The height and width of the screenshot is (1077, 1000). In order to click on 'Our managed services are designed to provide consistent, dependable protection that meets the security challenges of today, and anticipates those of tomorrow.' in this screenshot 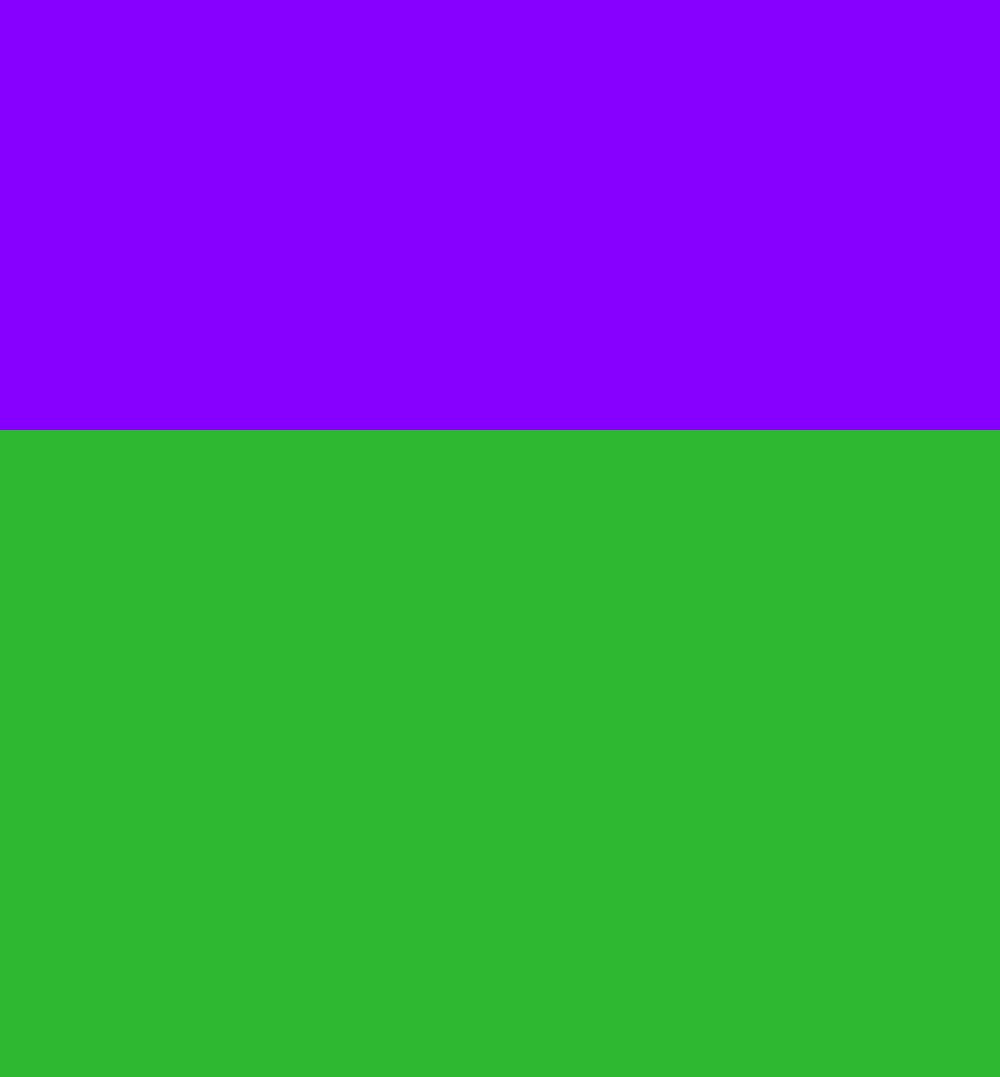, I will do `click(37, 1000)`.